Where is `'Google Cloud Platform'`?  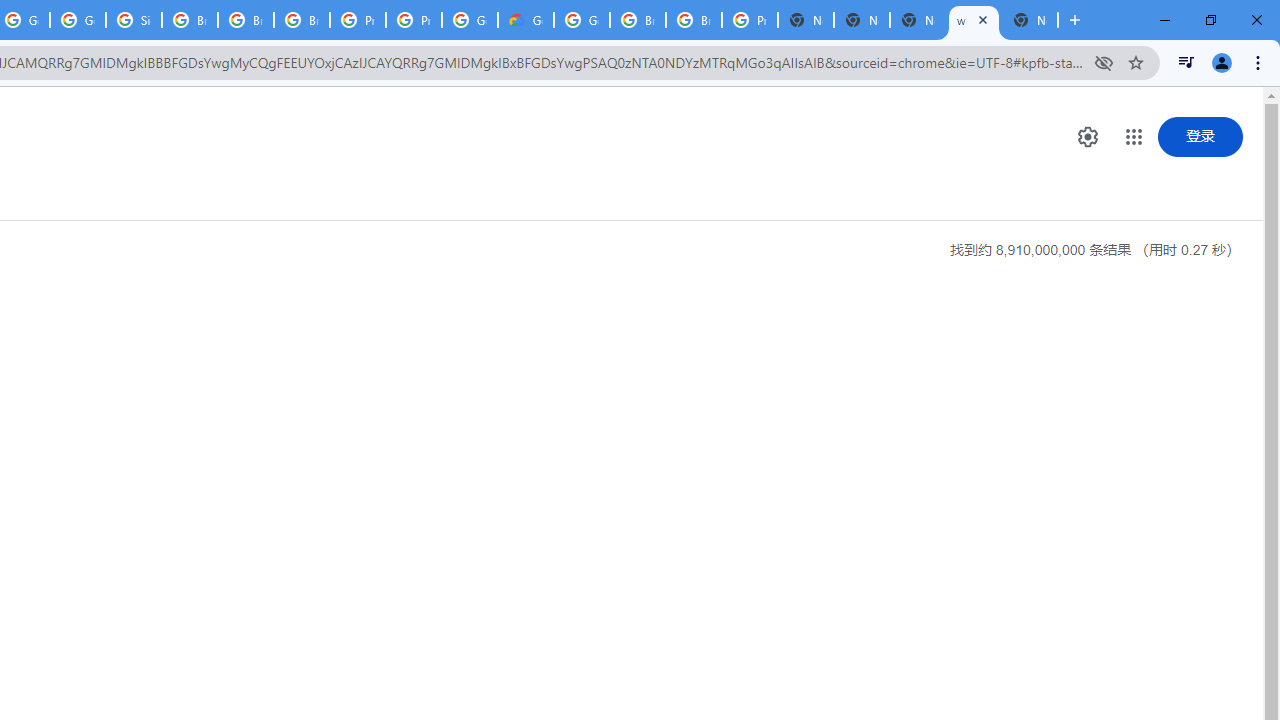 'Google Cloud Platform' is located at coordinates (581, 20).